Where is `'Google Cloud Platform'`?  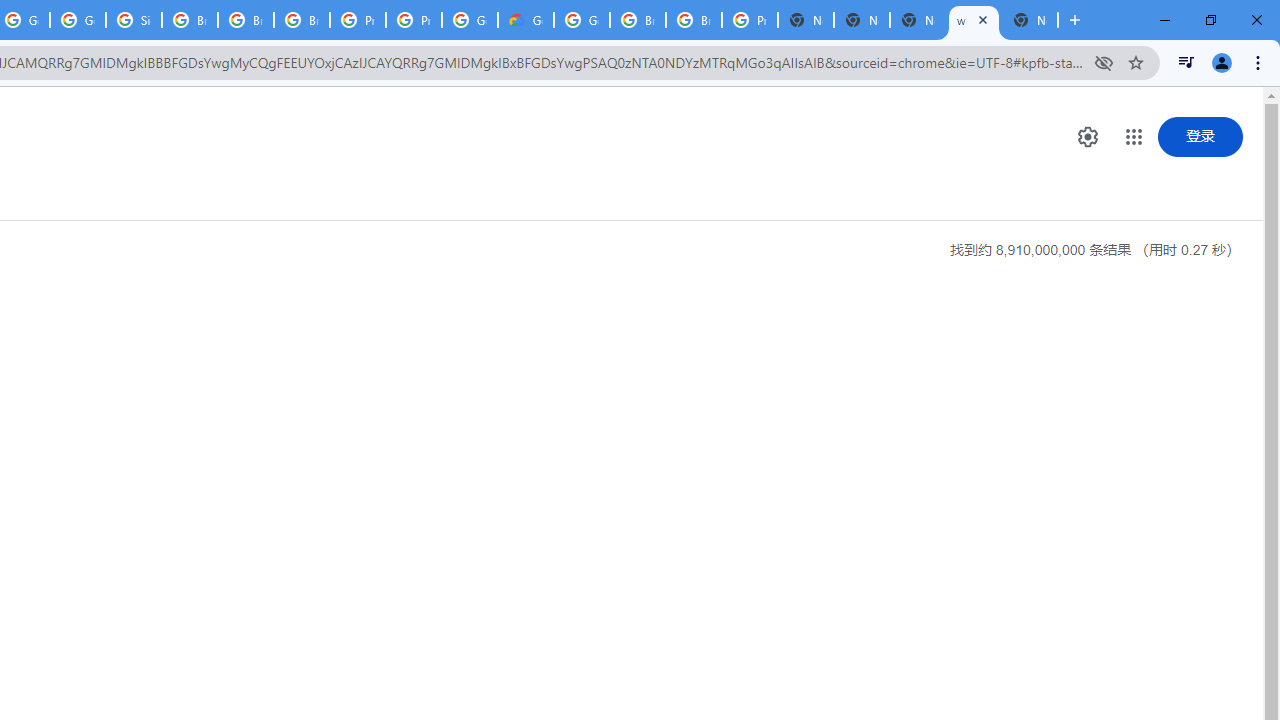 'Google Cloud Platform' is located at coordinates (581, 20).